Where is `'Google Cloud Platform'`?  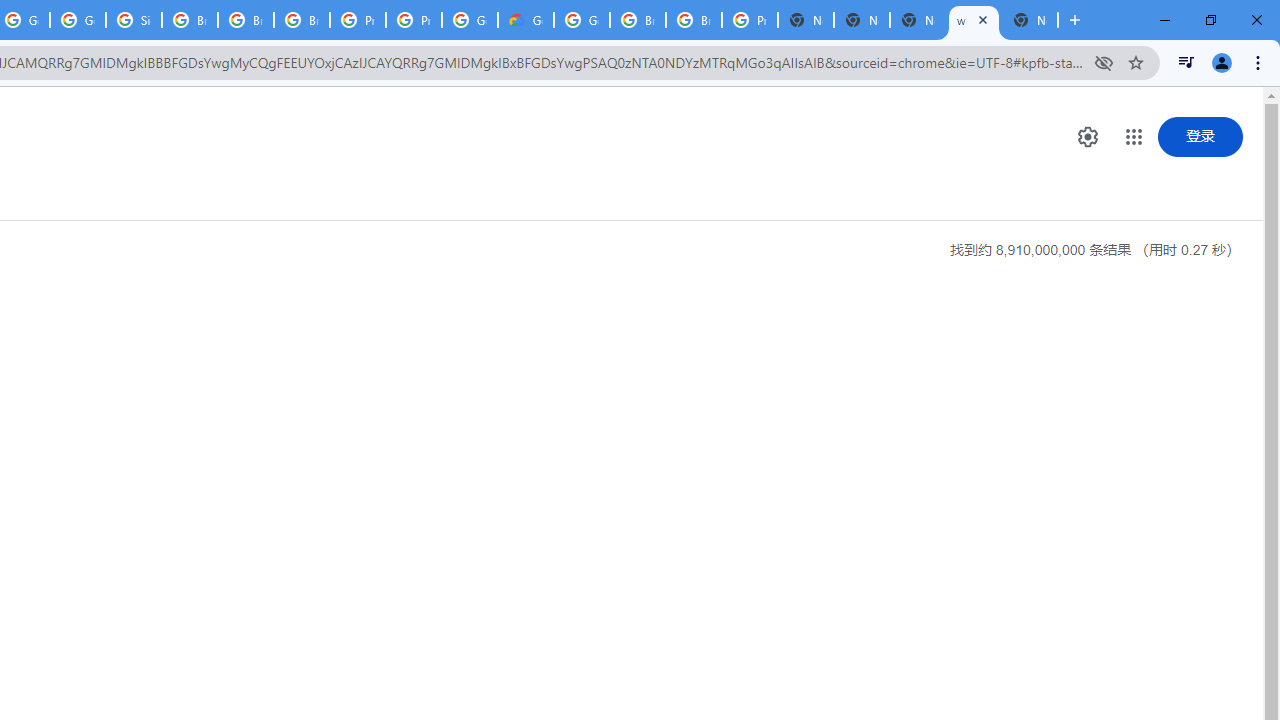 'Google Cloud Platform' is located at coordinates (581, 20).